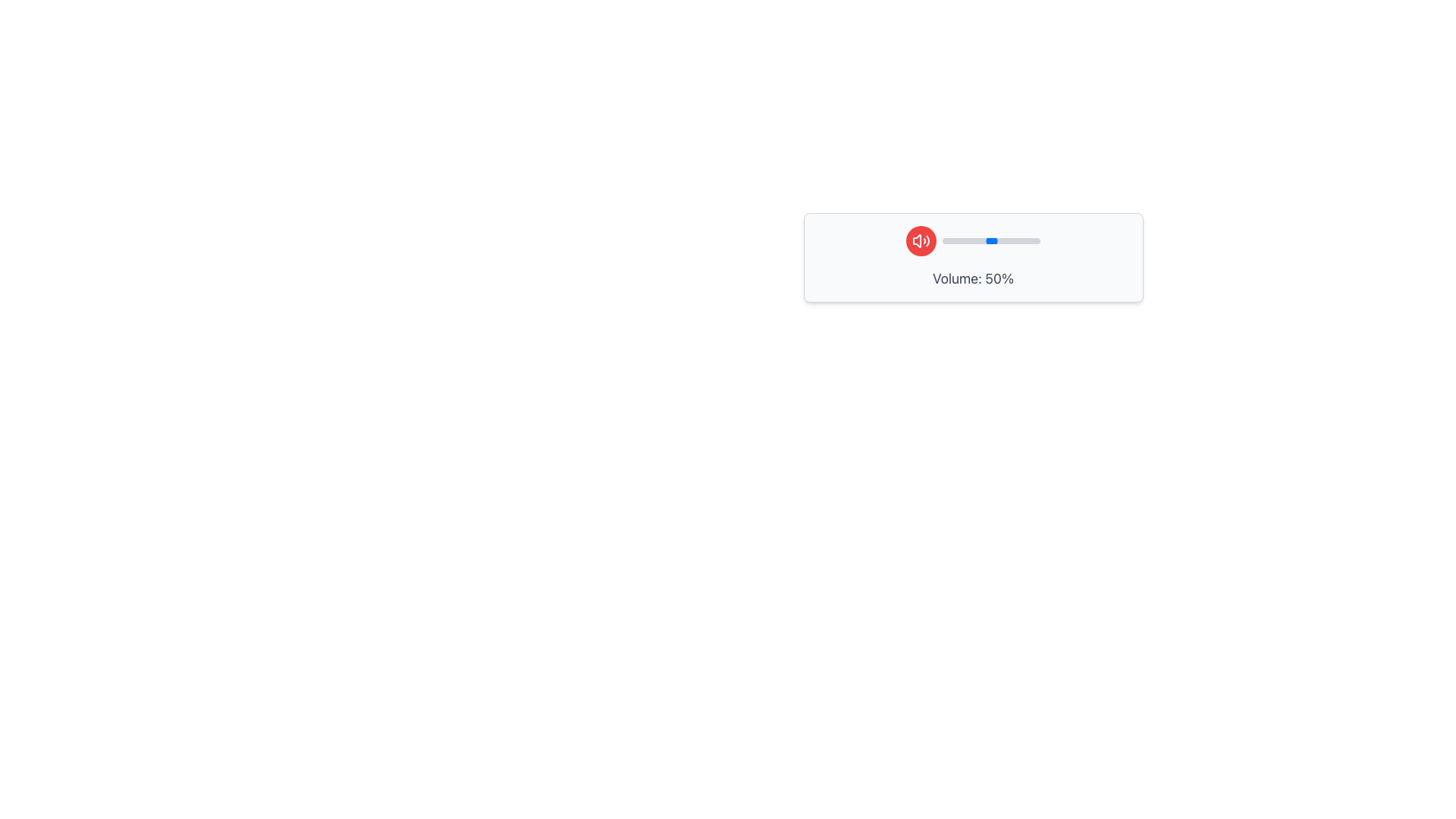  Describe the element at coordinates (967, 240) in the screenshot. I see `volume` at that location.